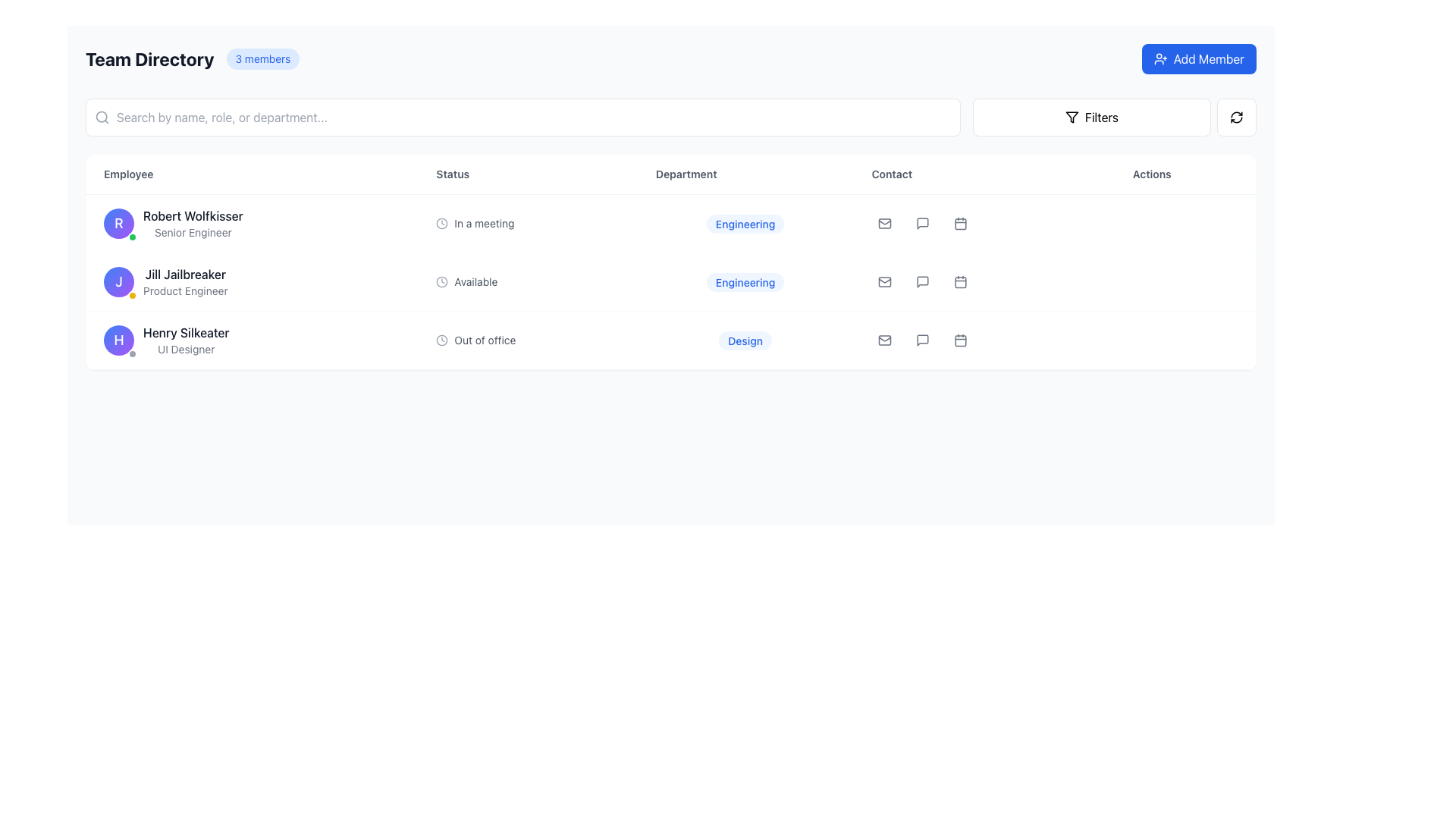  I want to click on the calendar icon button located in the 'Actions' column of the row for 'Henry Silkeater', so click(959, 339).